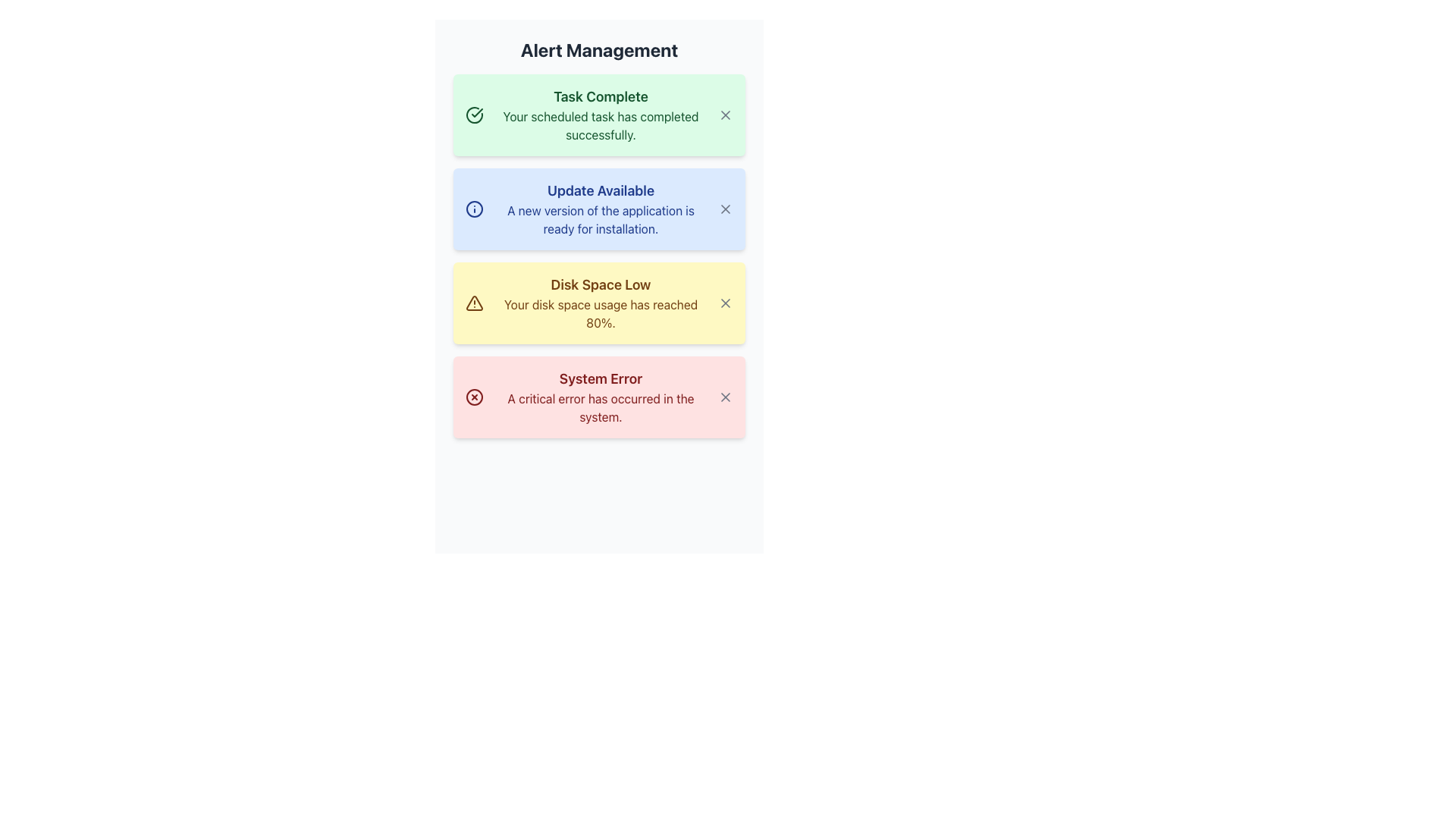  What do you see at coordinates (724, 114) in the screenshot?
I see `the 'X' mark button on the far-right of the green notification panel indicating task completion` at bounding box center [724, 114].